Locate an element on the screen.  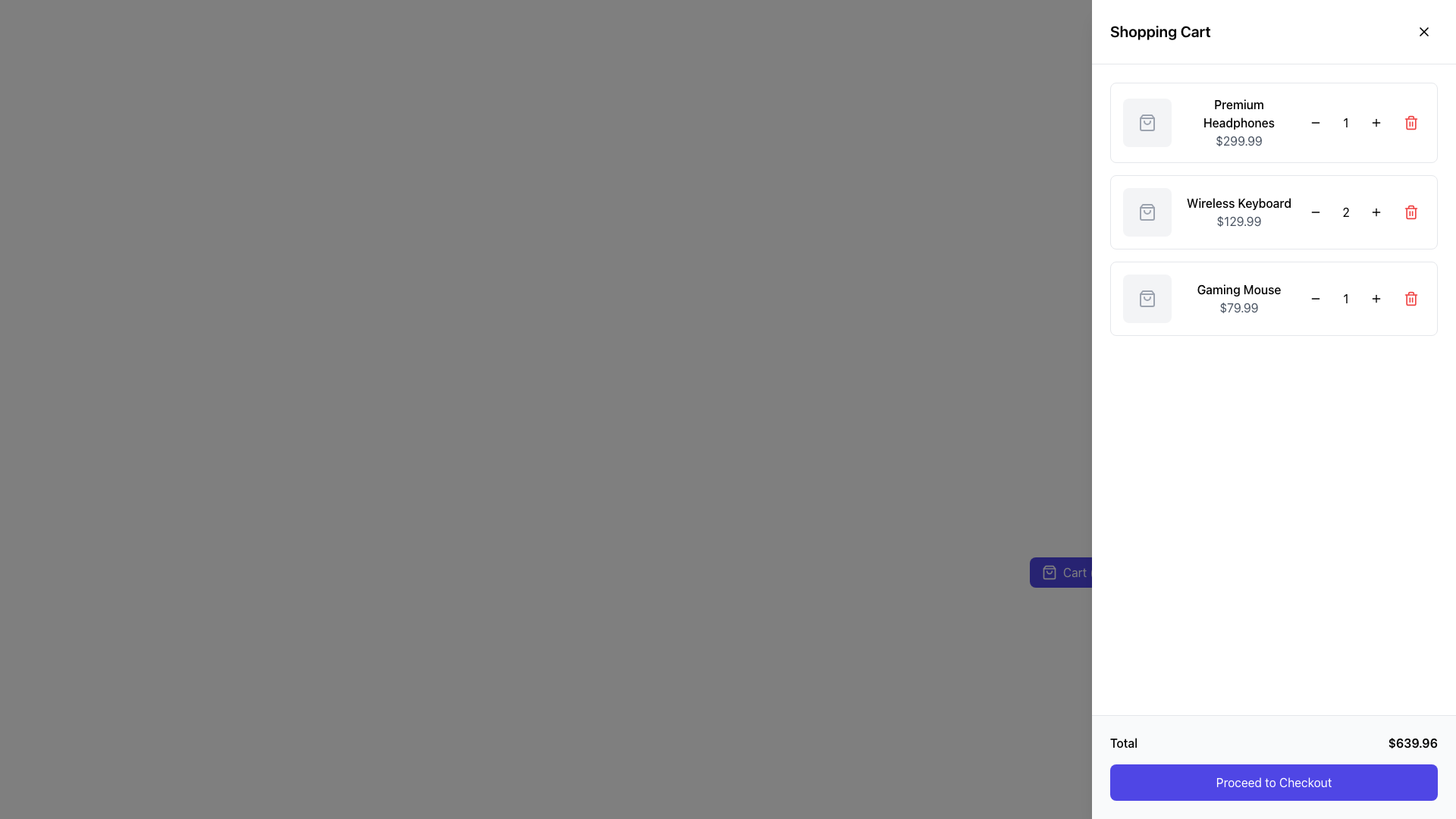
the static text label indicating the total monetary amount, located to the left of the '$639.96' text in the lower section of the sidebar interface is located at coordinates (1124, 742).